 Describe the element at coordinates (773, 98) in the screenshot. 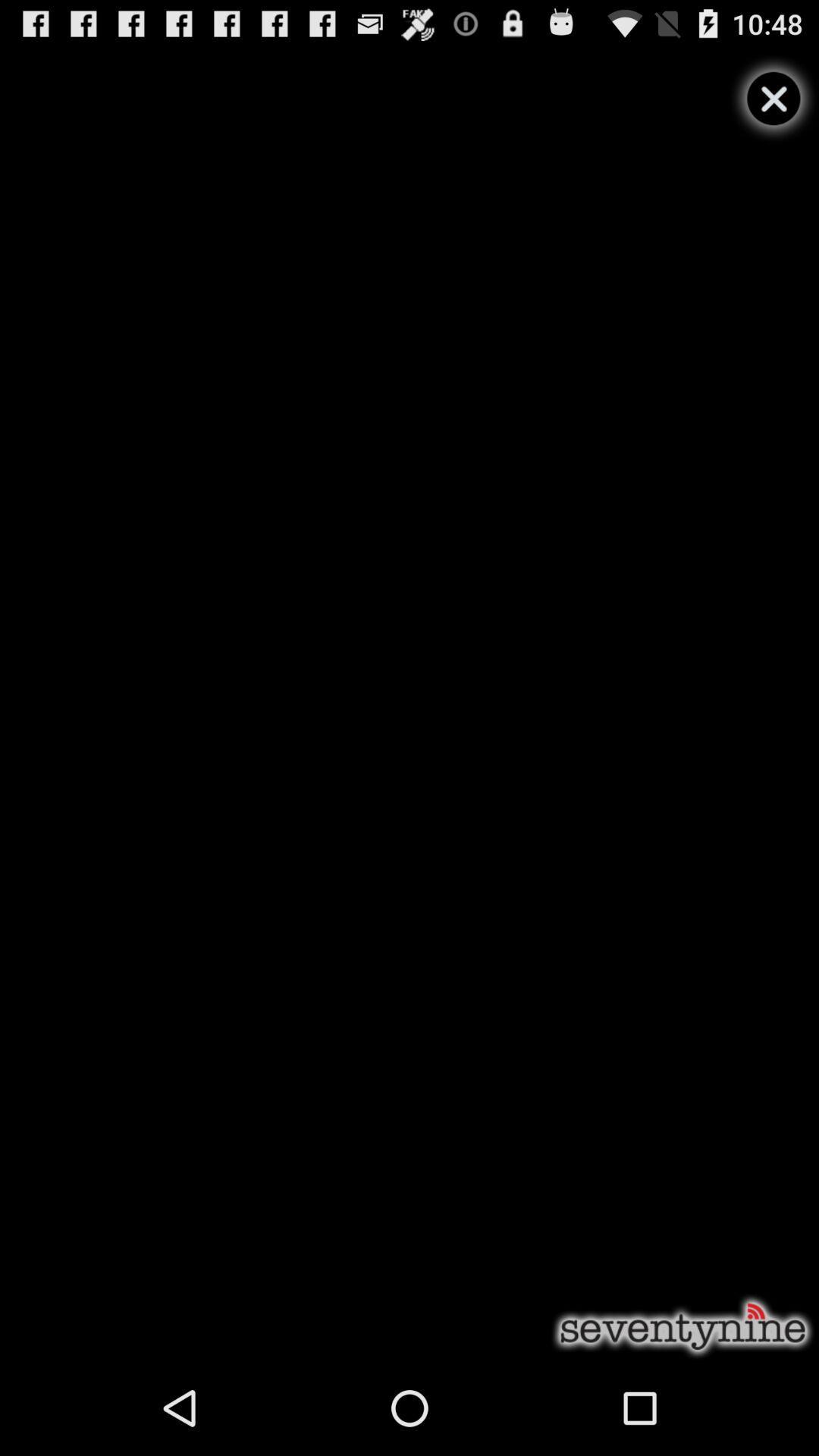

I see `the item at the top right corner` at that location.